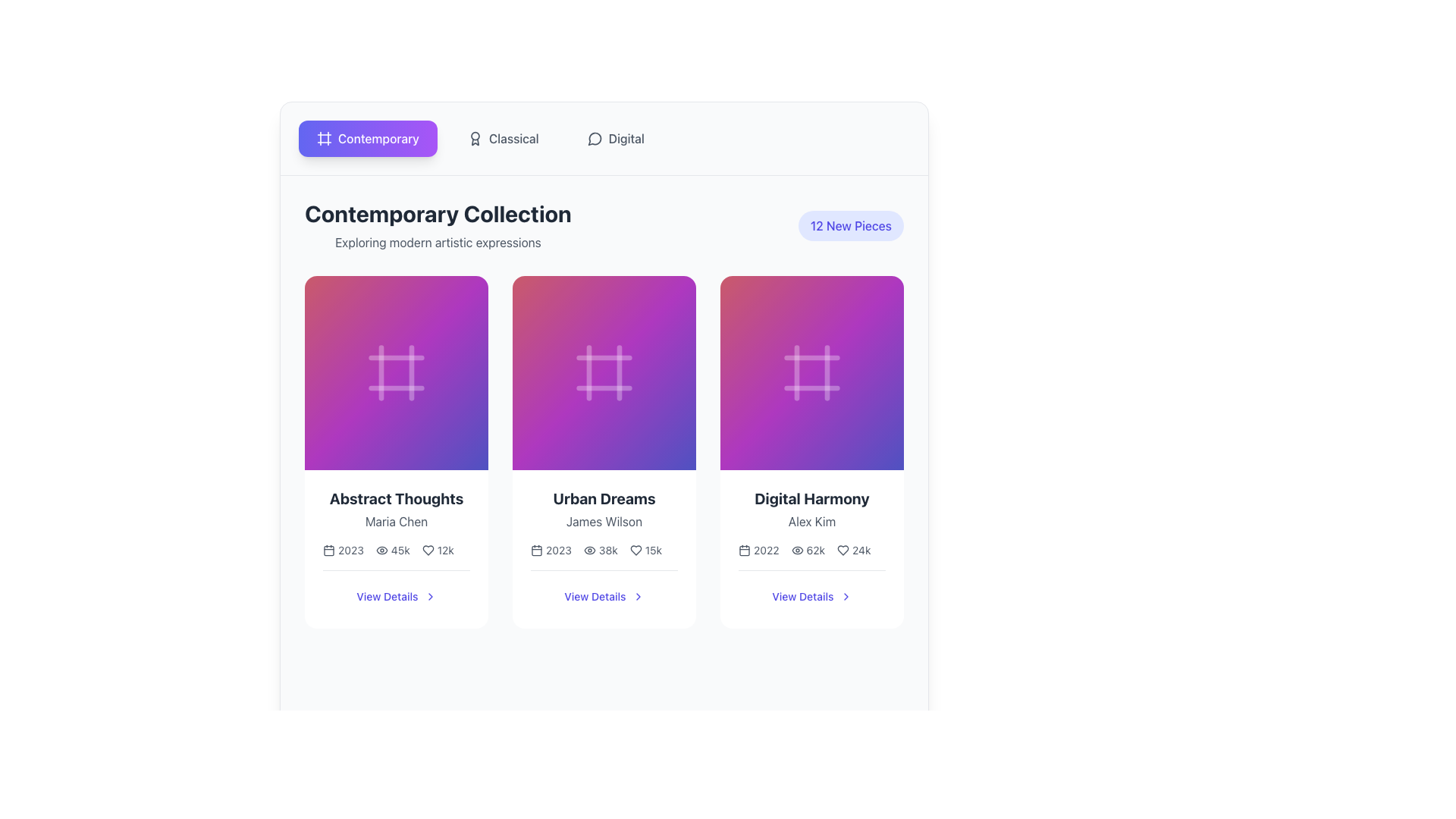 The image size is (1456, 819). Describe the element at coordinates (811, 520) in the screenshot. I see `the text label displaying 'Alex Kim', which is located below 'Digital Harmony' and above a row of metadata in the rightmost column of a grid layout` at that location.